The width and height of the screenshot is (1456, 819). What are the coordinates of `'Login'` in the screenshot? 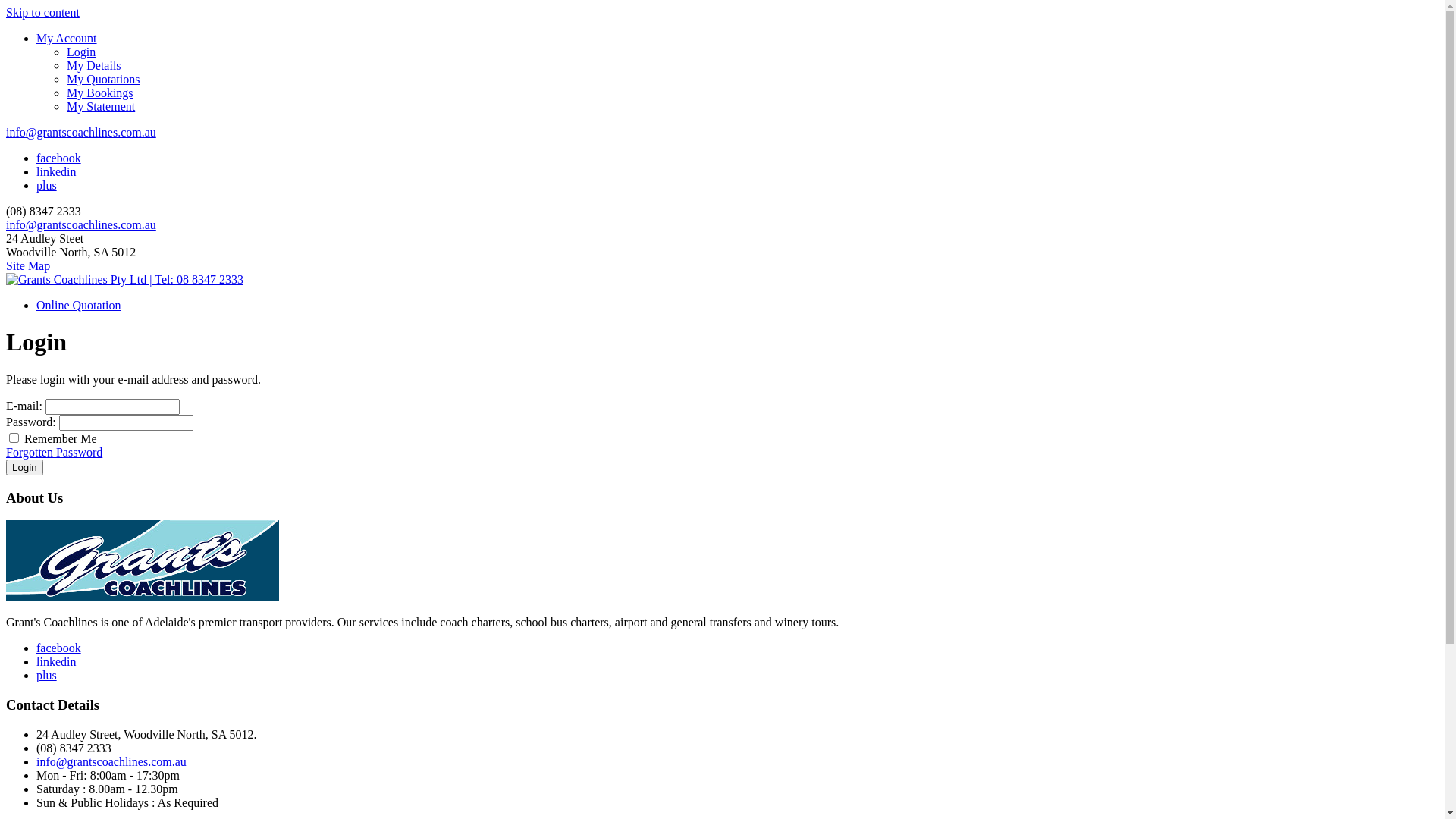 It's located at (24, 466).